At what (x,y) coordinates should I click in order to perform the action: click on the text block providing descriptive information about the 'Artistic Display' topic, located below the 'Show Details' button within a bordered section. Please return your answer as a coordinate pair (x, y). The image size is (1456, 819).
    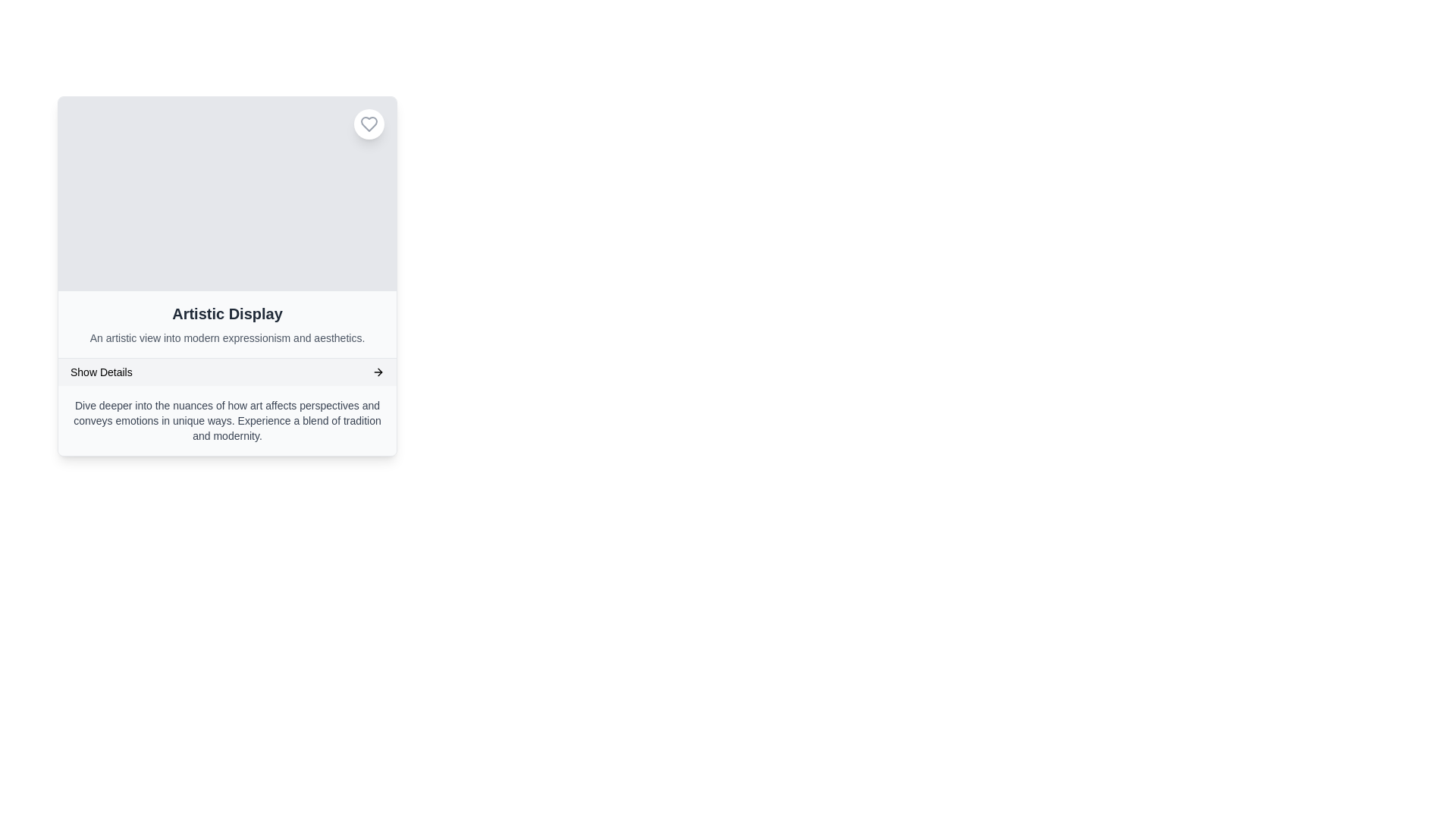
    Looking at the image, I should click on (226, 421).